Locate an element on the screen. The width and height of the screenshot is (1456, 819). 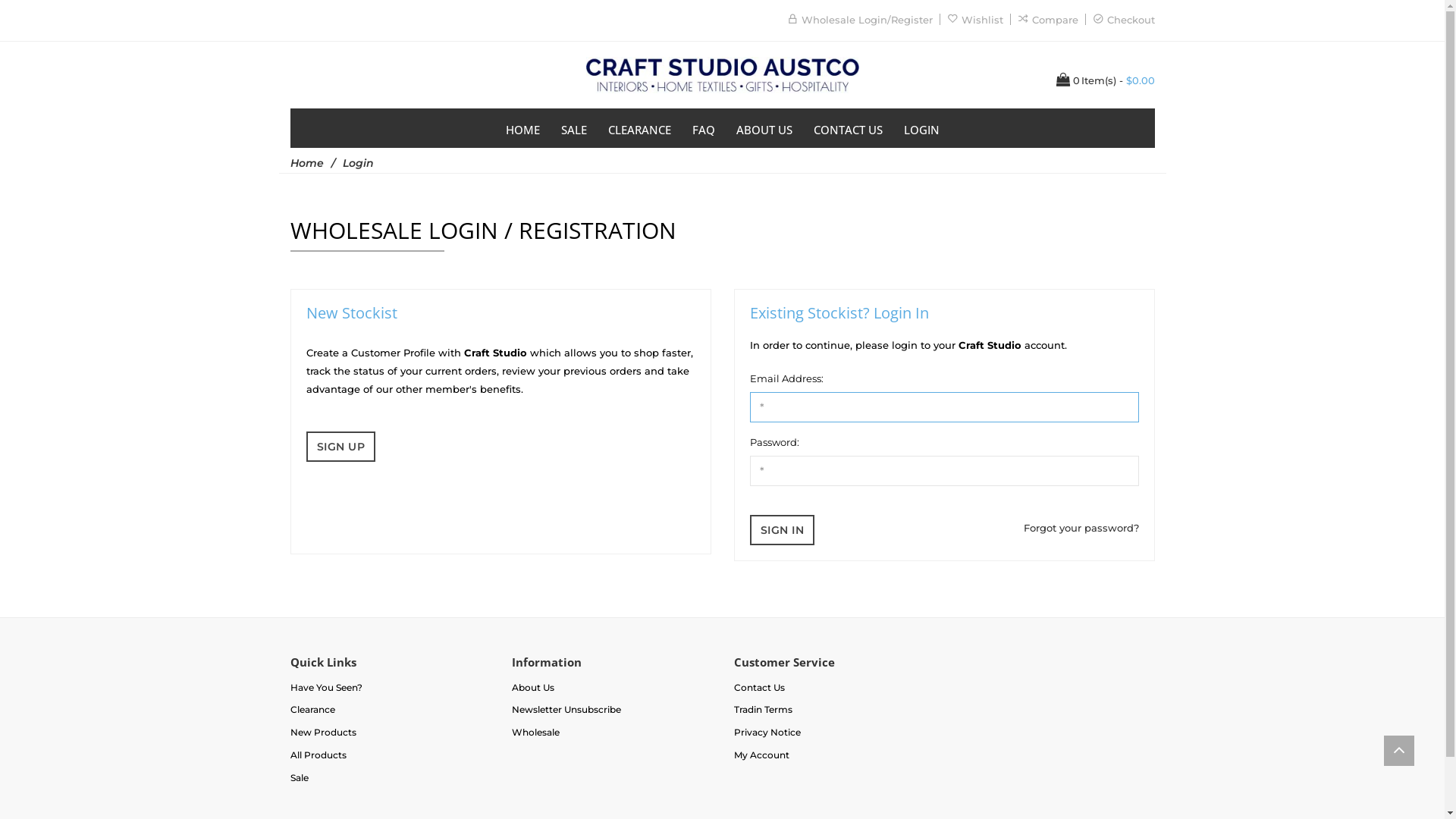
'Checkout' is located at coordinates (1131, 20).